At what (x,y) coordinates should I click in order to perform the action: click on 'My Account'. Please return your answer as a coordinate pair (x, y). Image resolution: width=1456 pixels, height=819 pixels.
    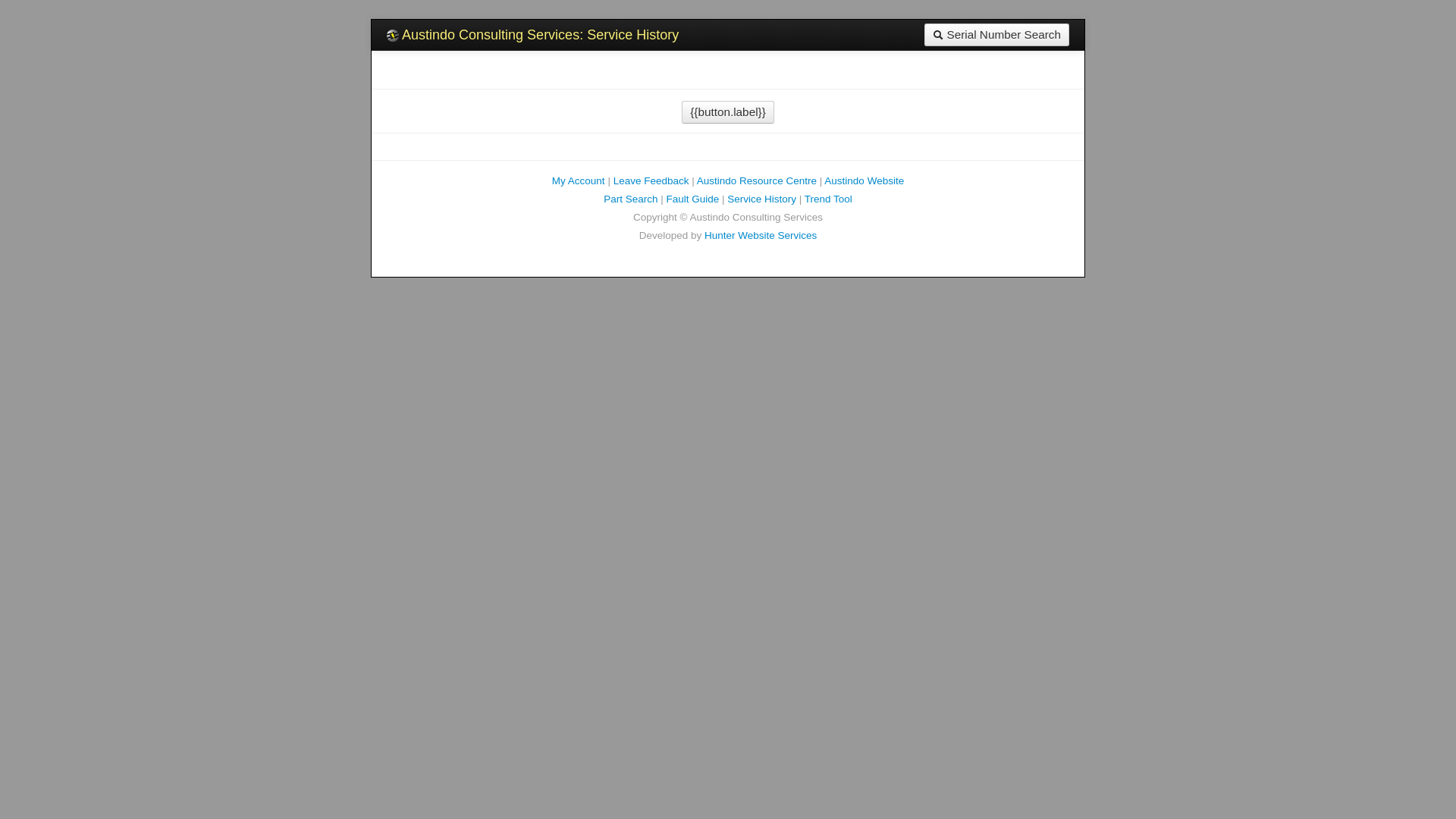
    Looking at the image, I should click on (578, 180).